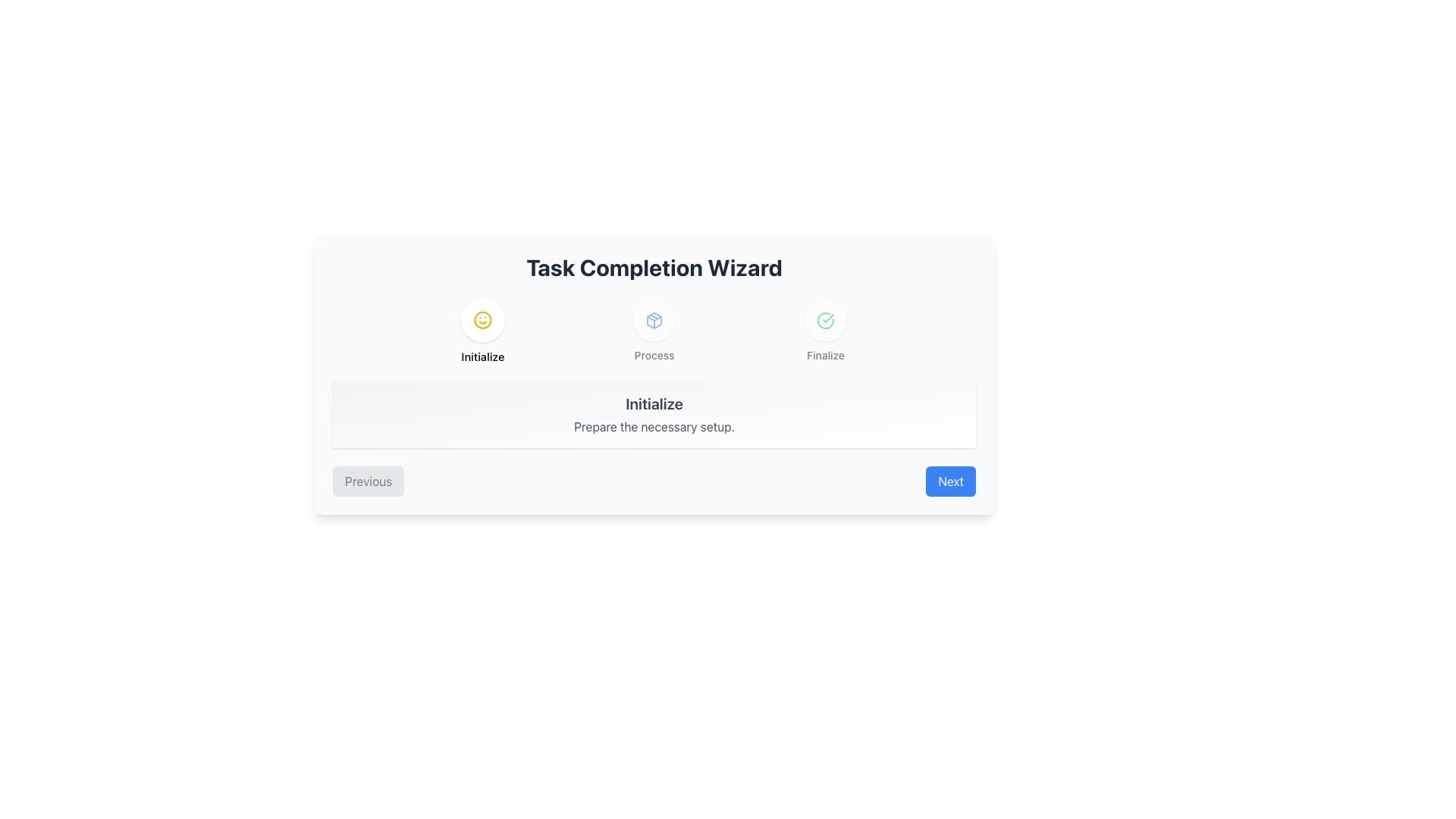 The image size is (1456, 819). What do you see at coordinates (369, 482) in the screenshot?
I see `the disabled 'Previous' button located on the left side of the navigation buttons, which does not respond to user interaction` at bounding box center [369, 482].